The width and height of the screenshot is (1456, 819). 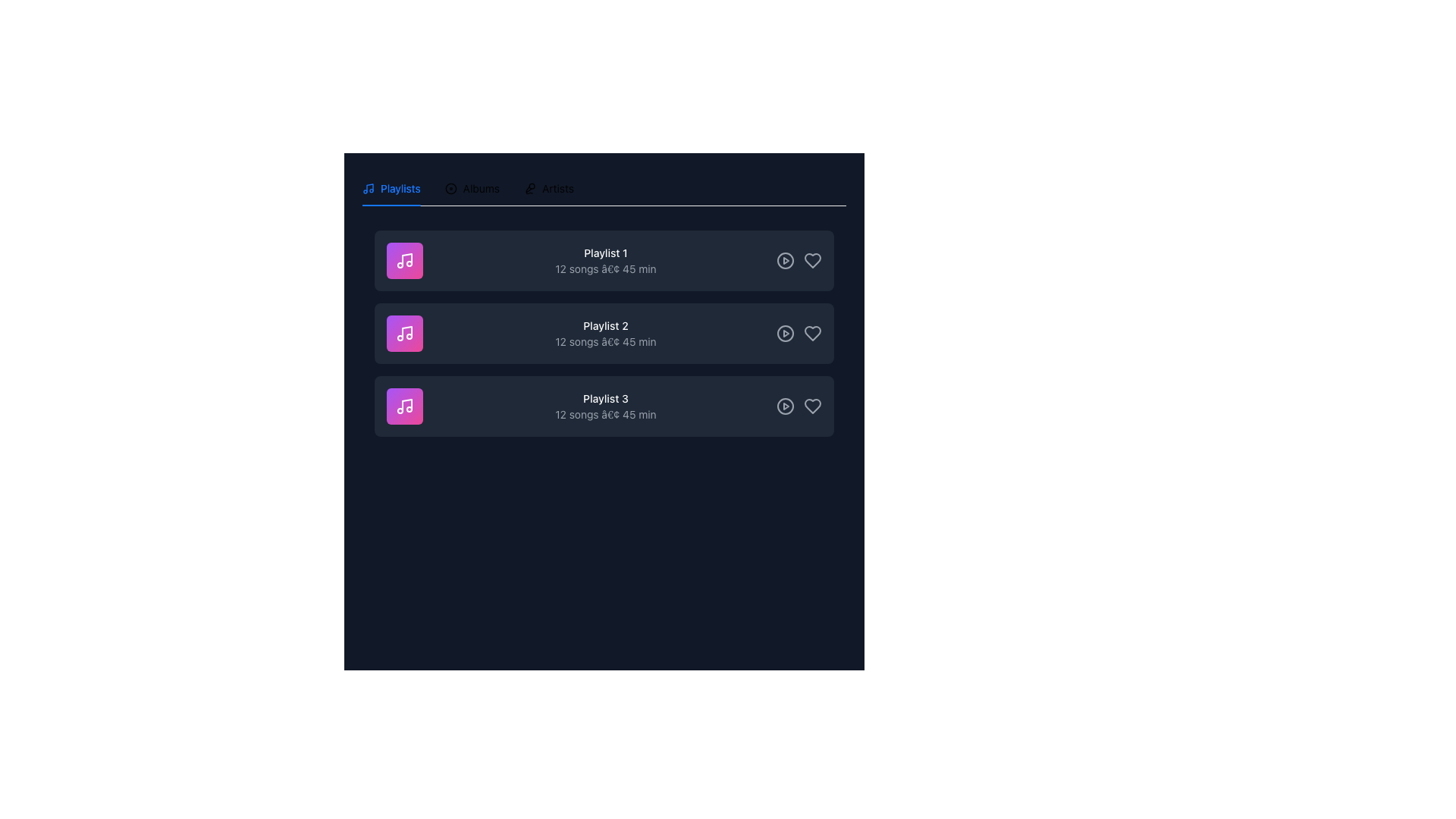 What do you see at coordinates (548, 188) in the screenshot?
I see `the 'Artists' tab, which is the third tab in the tab bar` at bounding box center [548, 188].